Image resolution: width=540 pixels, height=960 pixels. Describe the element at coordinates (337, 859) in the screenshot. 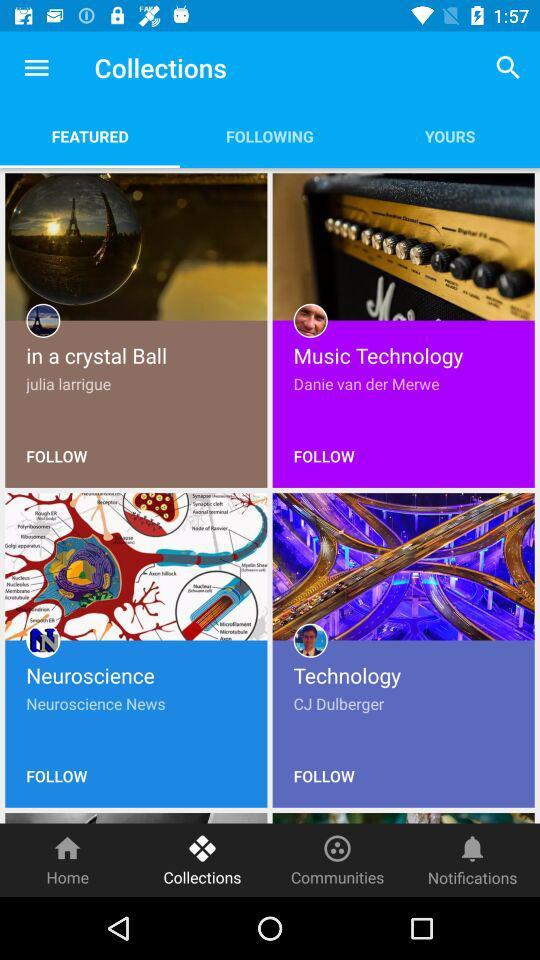

I see `the icon next to the collections` at that location.